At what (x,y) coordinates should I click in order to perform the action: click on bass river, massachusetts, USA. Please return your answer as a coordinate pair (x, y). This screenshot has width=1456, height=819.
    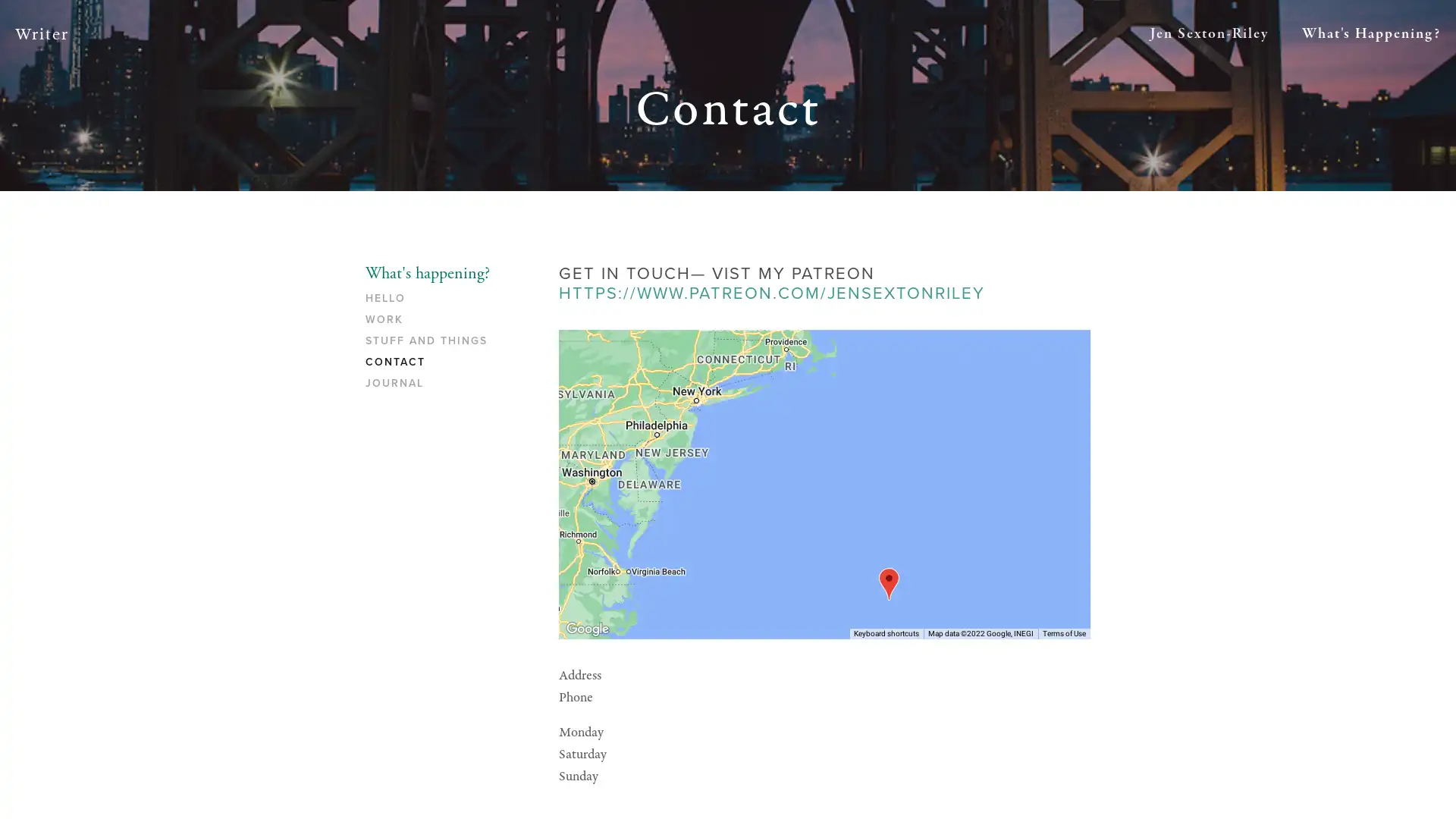
    Looking at the image, I should click on (888, 582).